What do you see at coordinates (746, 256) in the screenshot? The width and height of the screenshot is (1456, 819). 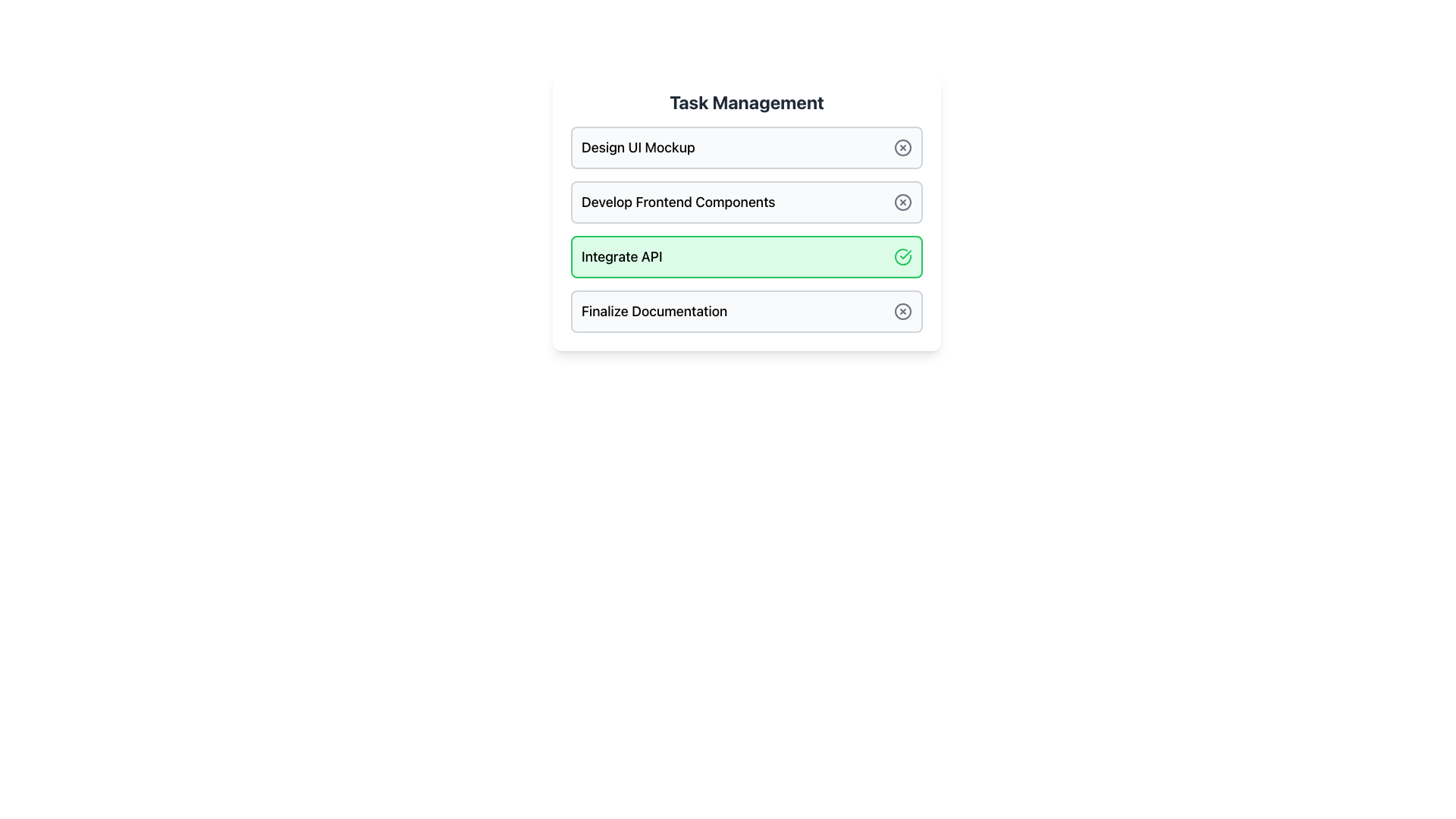 I see `the completed task item labeled 'Integrate API' in the 'Task Management' section` at bounding box center [746, 256].